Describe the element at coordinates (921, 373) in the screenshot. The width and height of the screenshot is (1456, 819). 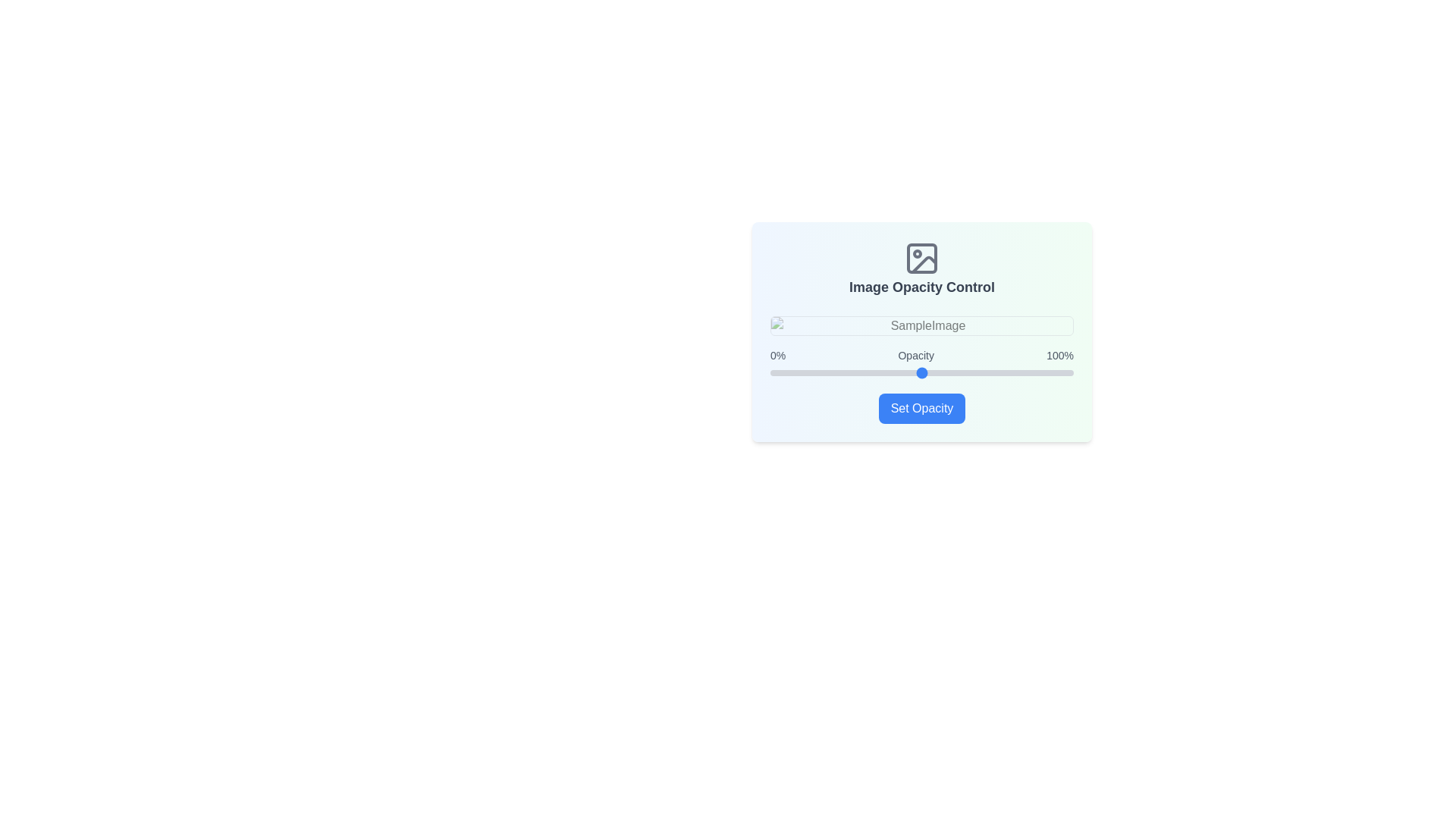
I see `the opacity slider to set the opacity to 50%` at that location.